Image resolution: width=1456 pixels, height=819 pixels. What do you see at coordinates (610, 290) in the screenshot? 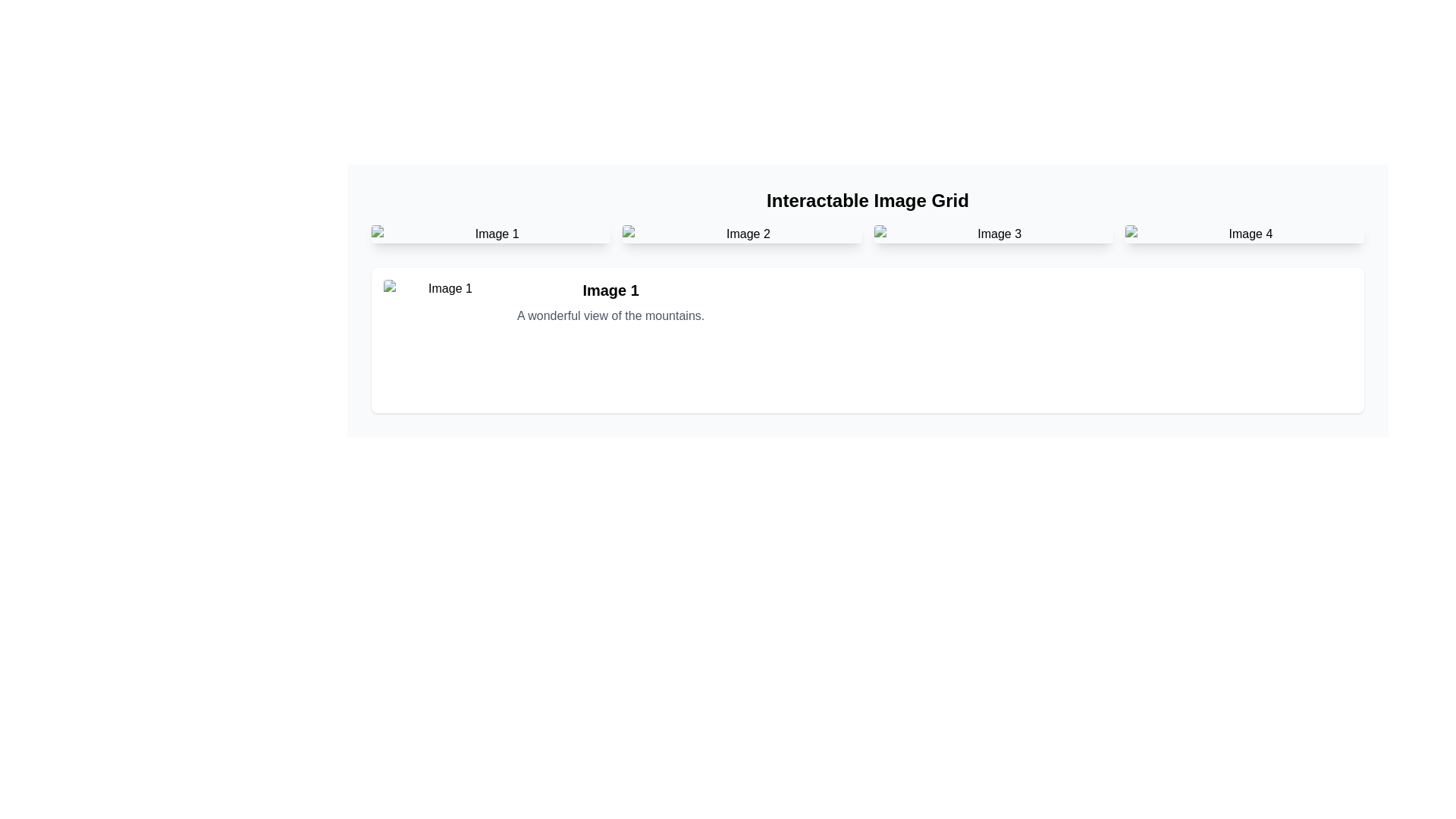
I see `title header text label located at the bottom card row, which is horizontally centered within the card and positioned above the text 'A wonderful view of the mountains.'` at bounding box center [610, 290].